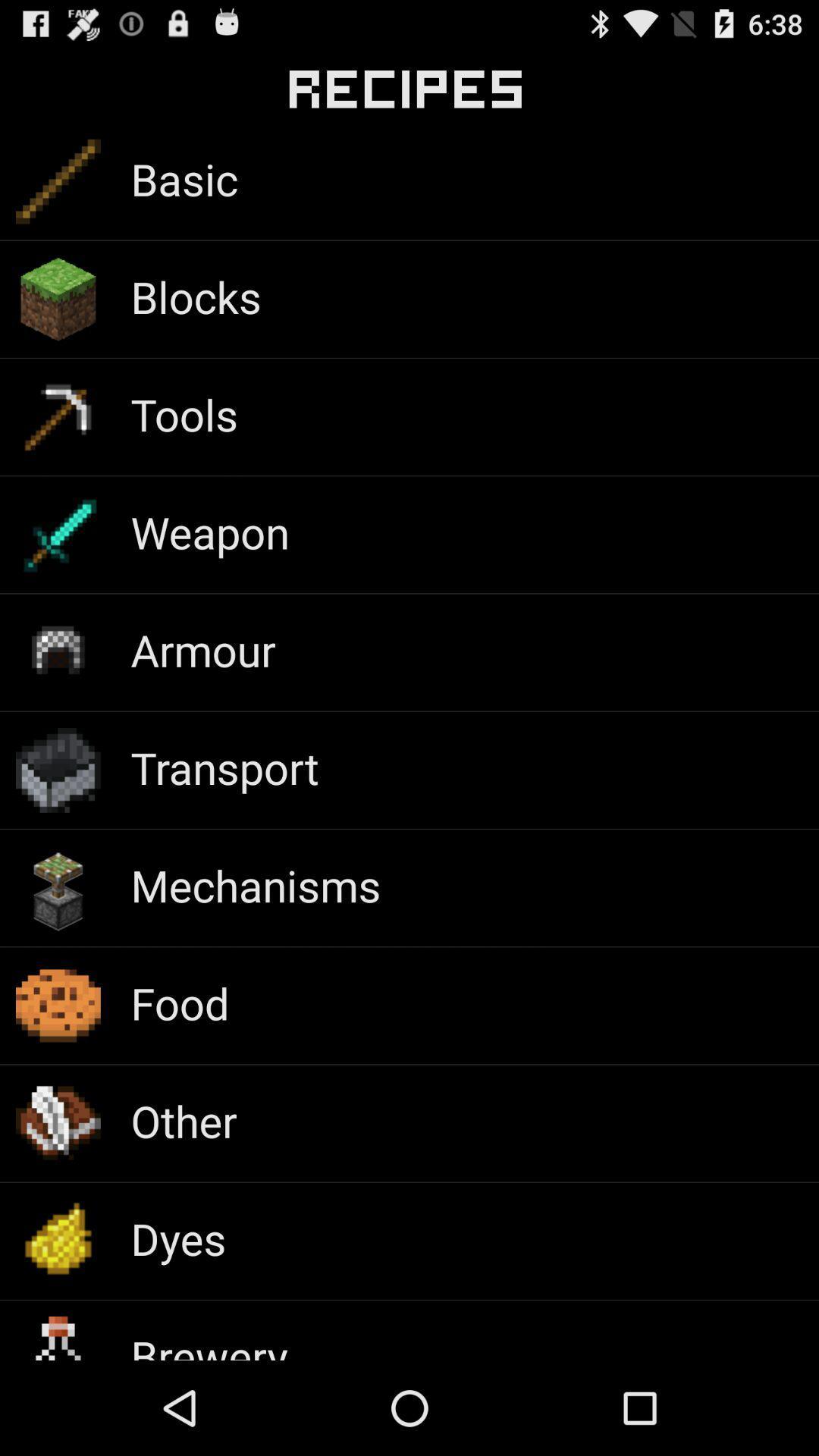 The image size is (819, 1456). Describe the element at coordinates (179, 1003) in the screenshot. I see `icon above the other app` at that location.